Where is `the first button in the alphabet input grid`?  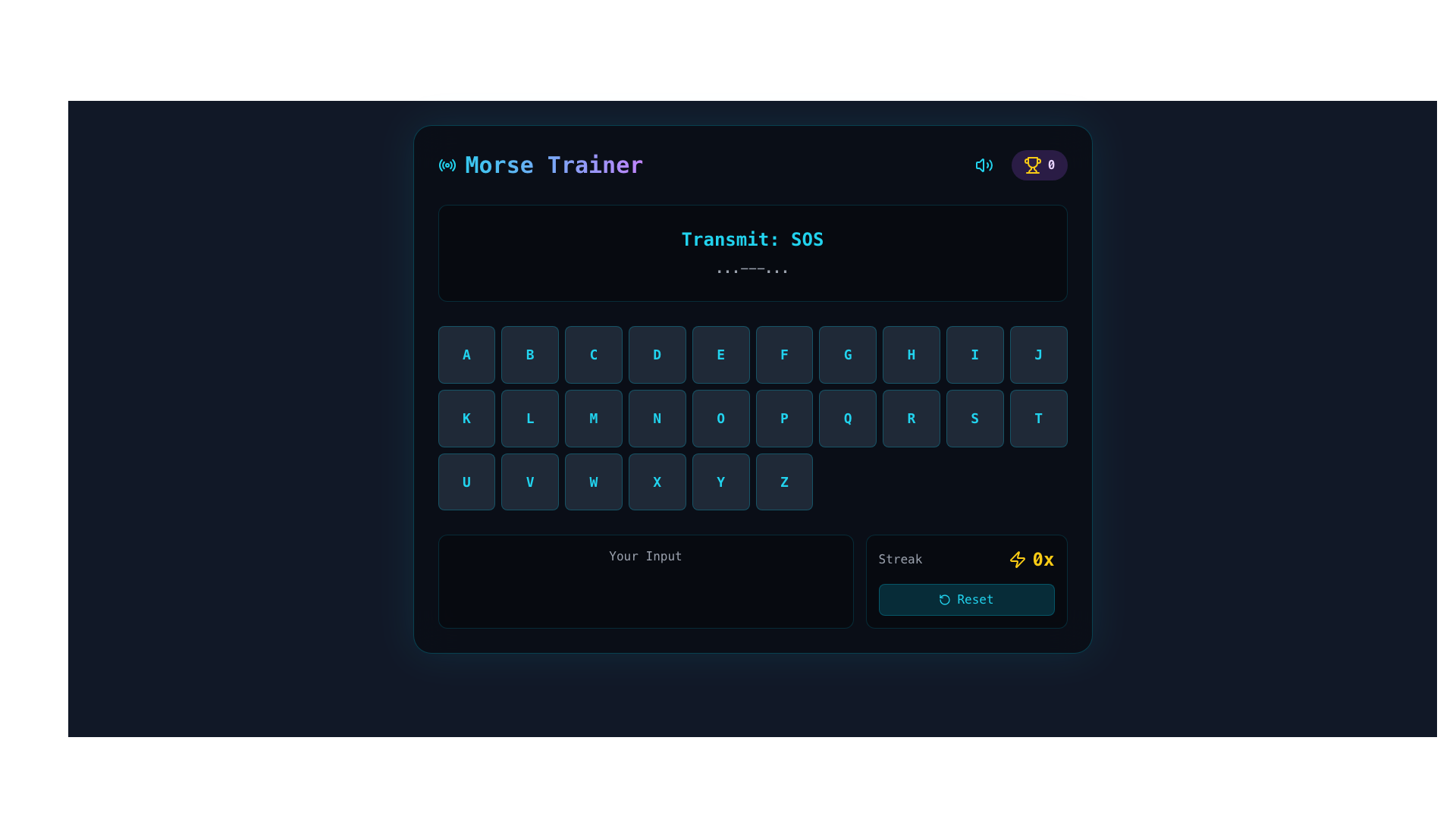 the first button in the alphabet input grid is located at coordinates (466, 354).